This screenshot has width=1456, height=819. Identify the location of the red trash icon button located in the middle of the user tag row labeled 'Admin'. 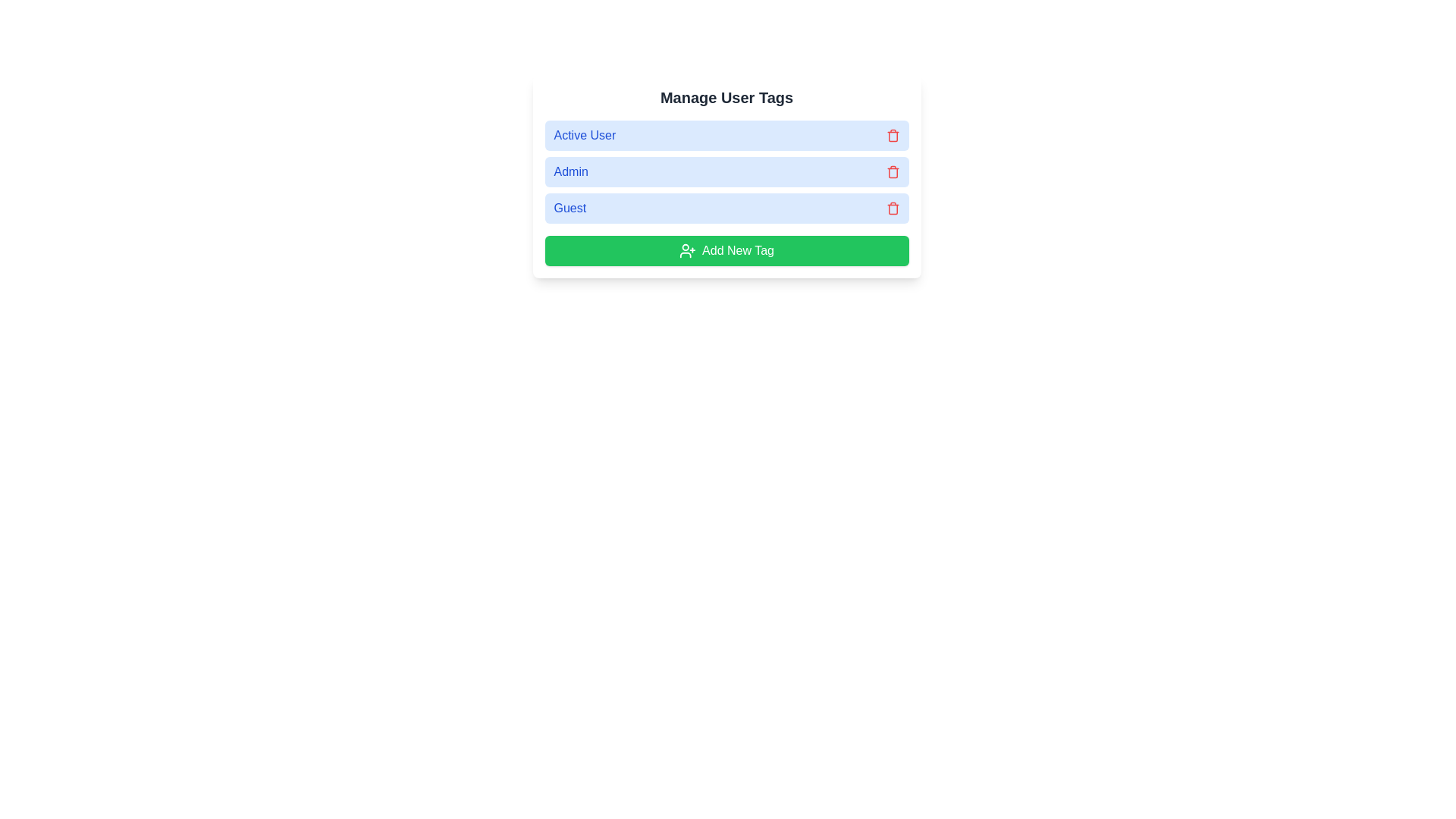
(893, 171).